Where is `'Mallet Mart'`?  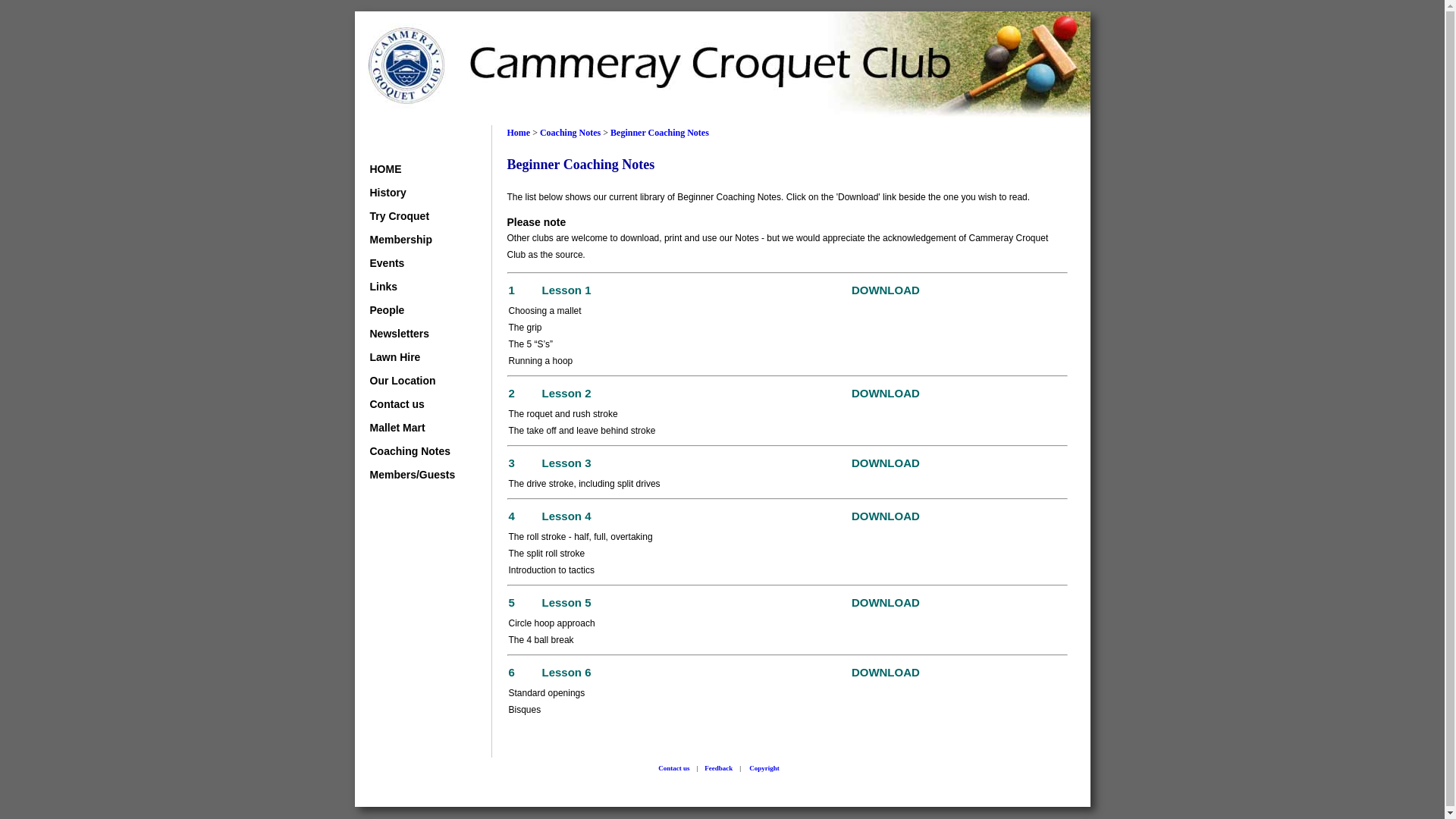 'Mallet Mart' is located at coordinates (414, 427).